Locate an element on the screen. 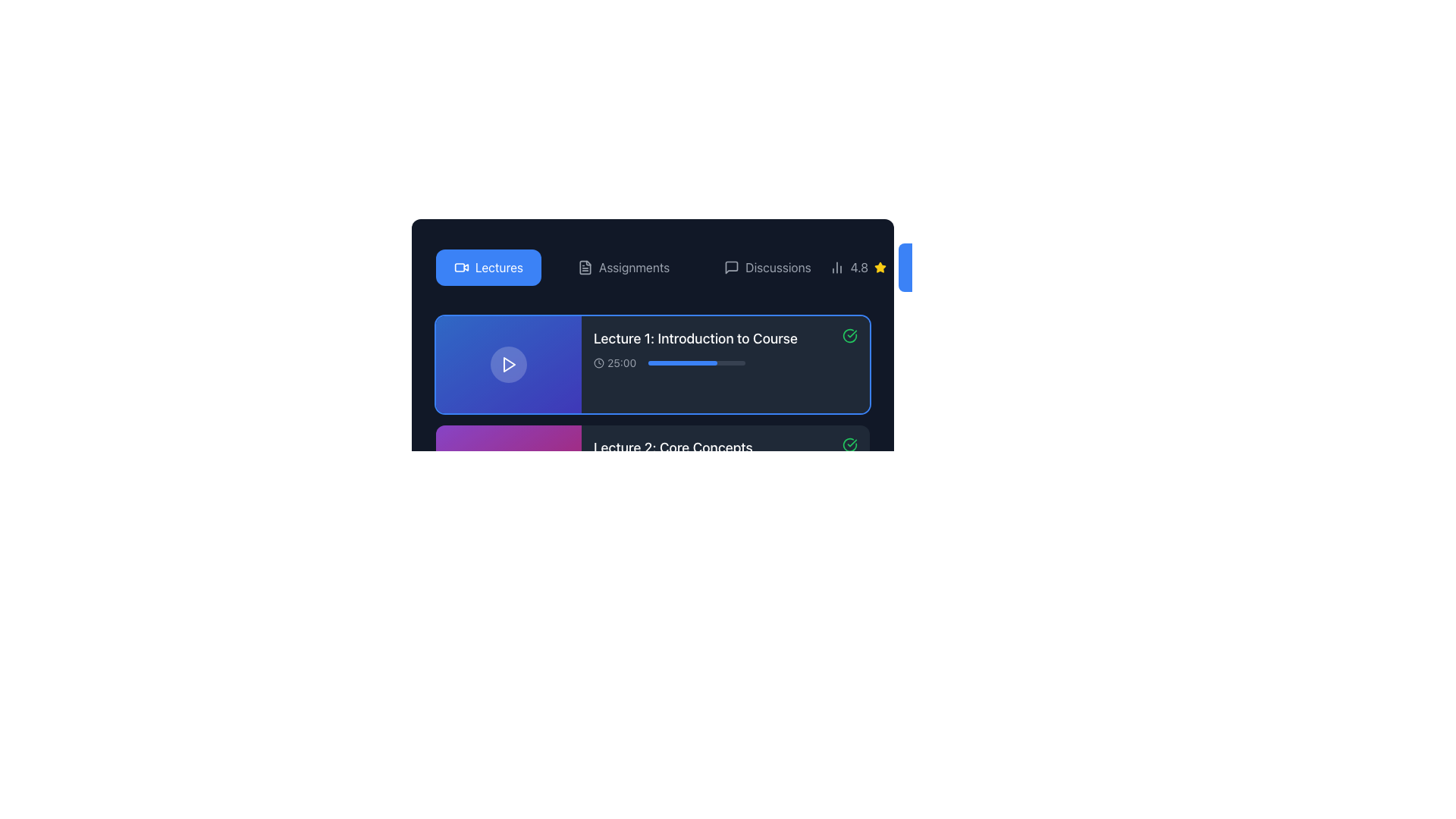  the educational content card representing the first lecture in the course module is located at coordinates (724, 350).